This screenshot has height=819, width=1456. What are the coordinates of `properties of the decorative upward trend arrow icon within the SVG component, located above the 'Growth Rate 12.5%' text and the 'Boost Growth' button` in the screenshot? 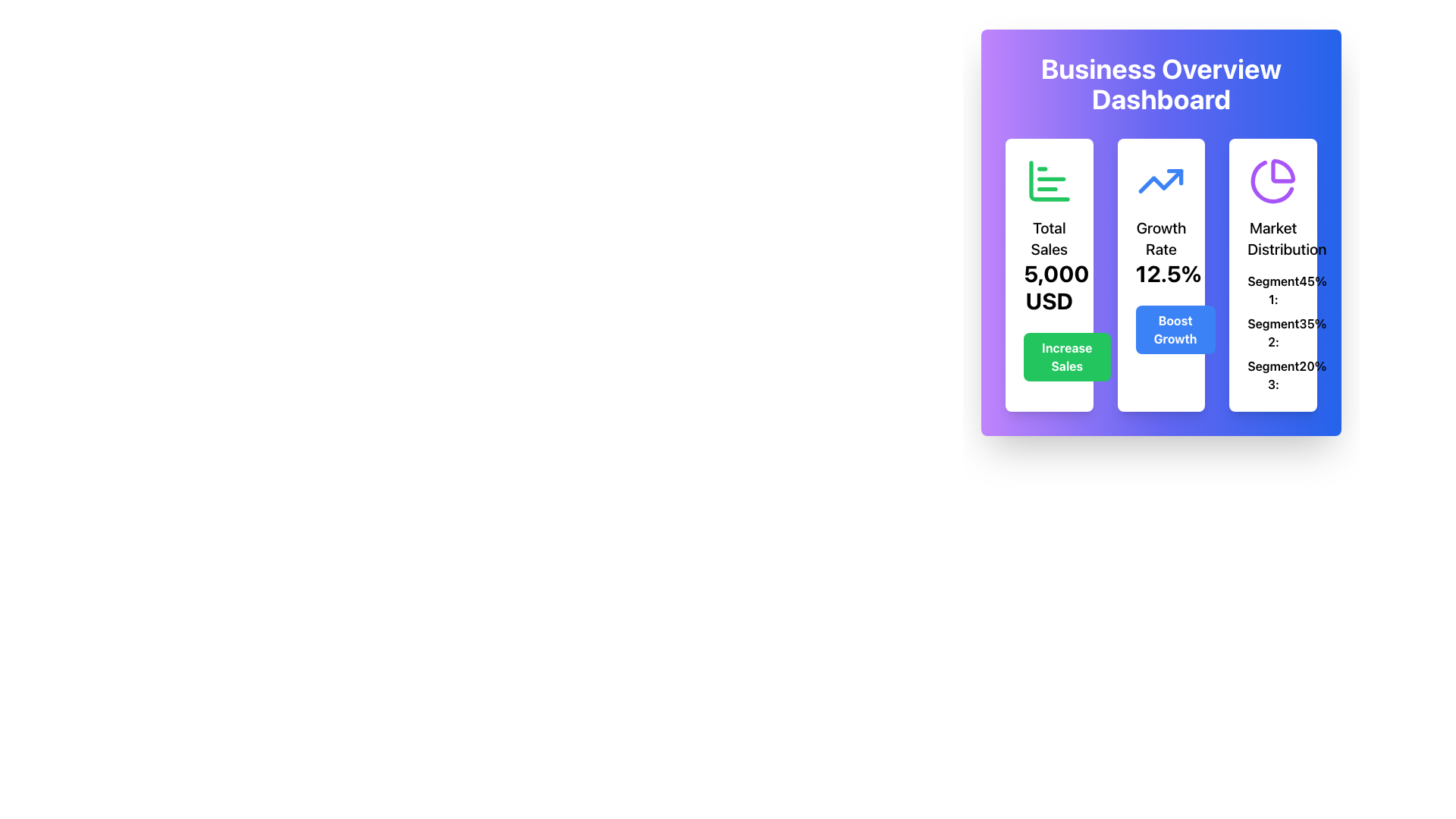 It's located at (1175, 176).